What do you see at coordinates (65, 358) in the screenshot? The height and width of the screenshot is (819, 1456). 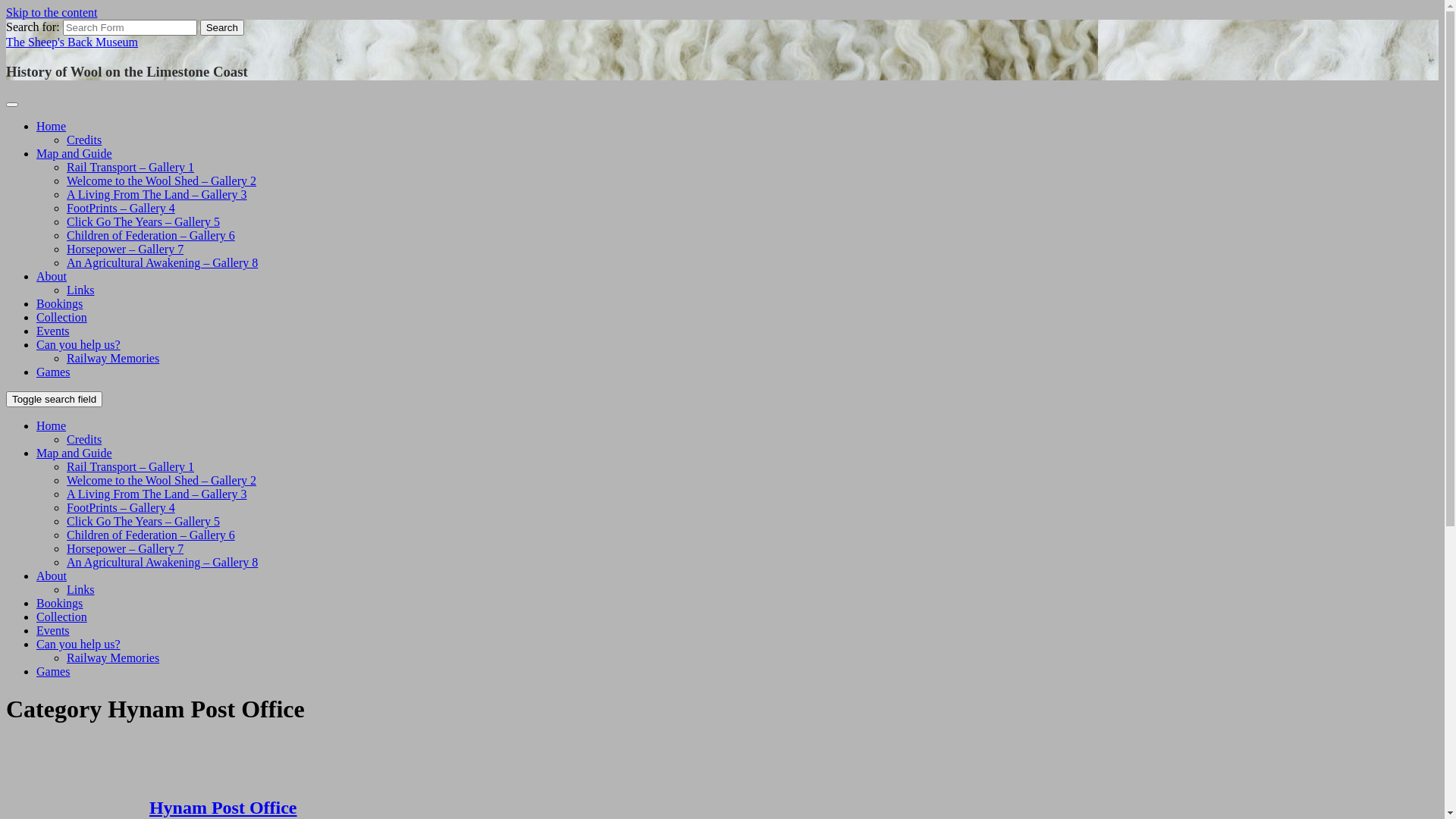 I see `'Railway Memories'` at bounding box center [65, 358].